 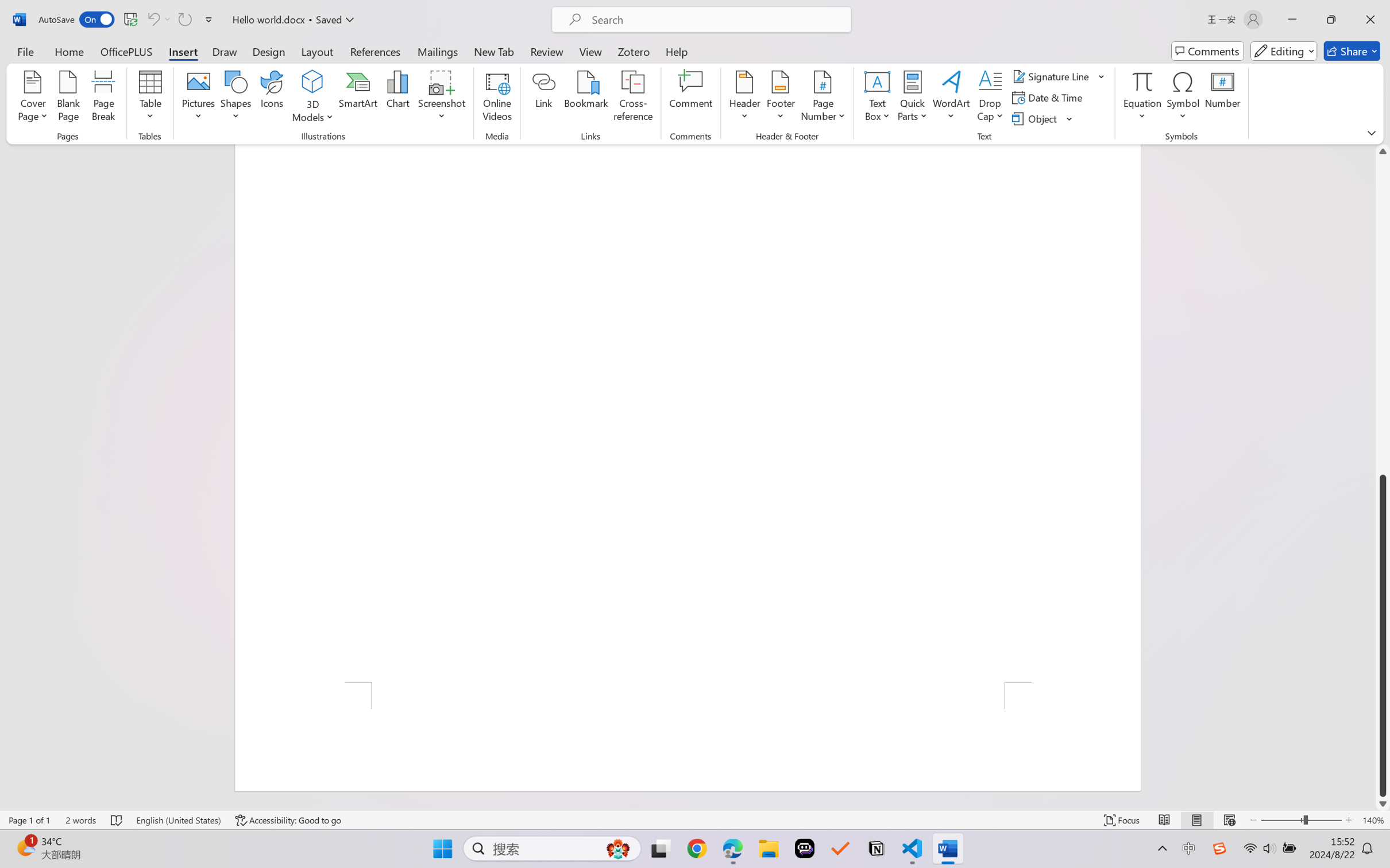 What do you see at coordinates (25, 847) in the screenshot?
I see `'AutomationID: BadgeAnchorLargeTicker'` at bounding box center [25, 847].